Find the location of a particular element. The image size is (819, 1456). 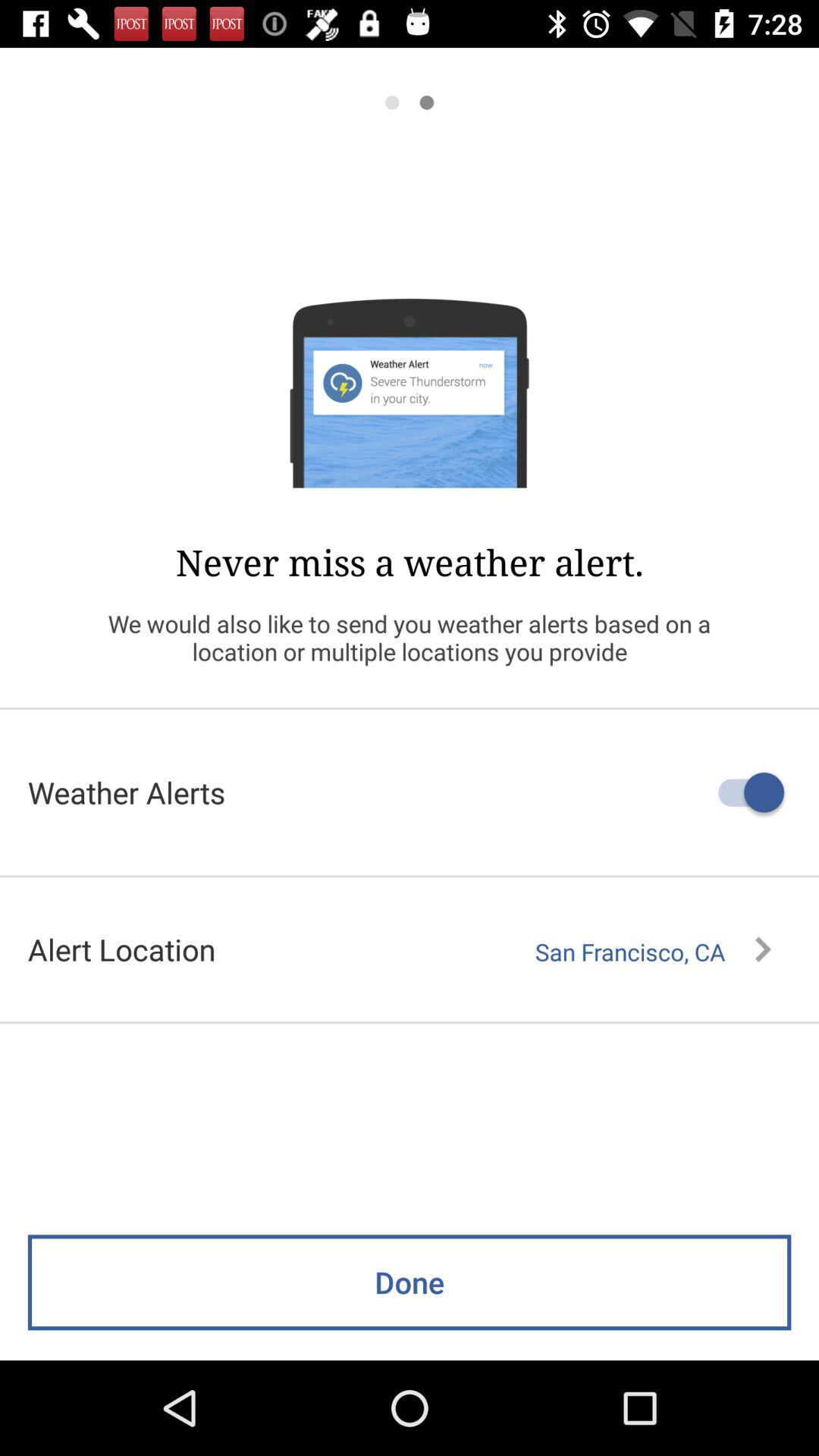

san francisco, ca icon is located at coordinates (652, 951).